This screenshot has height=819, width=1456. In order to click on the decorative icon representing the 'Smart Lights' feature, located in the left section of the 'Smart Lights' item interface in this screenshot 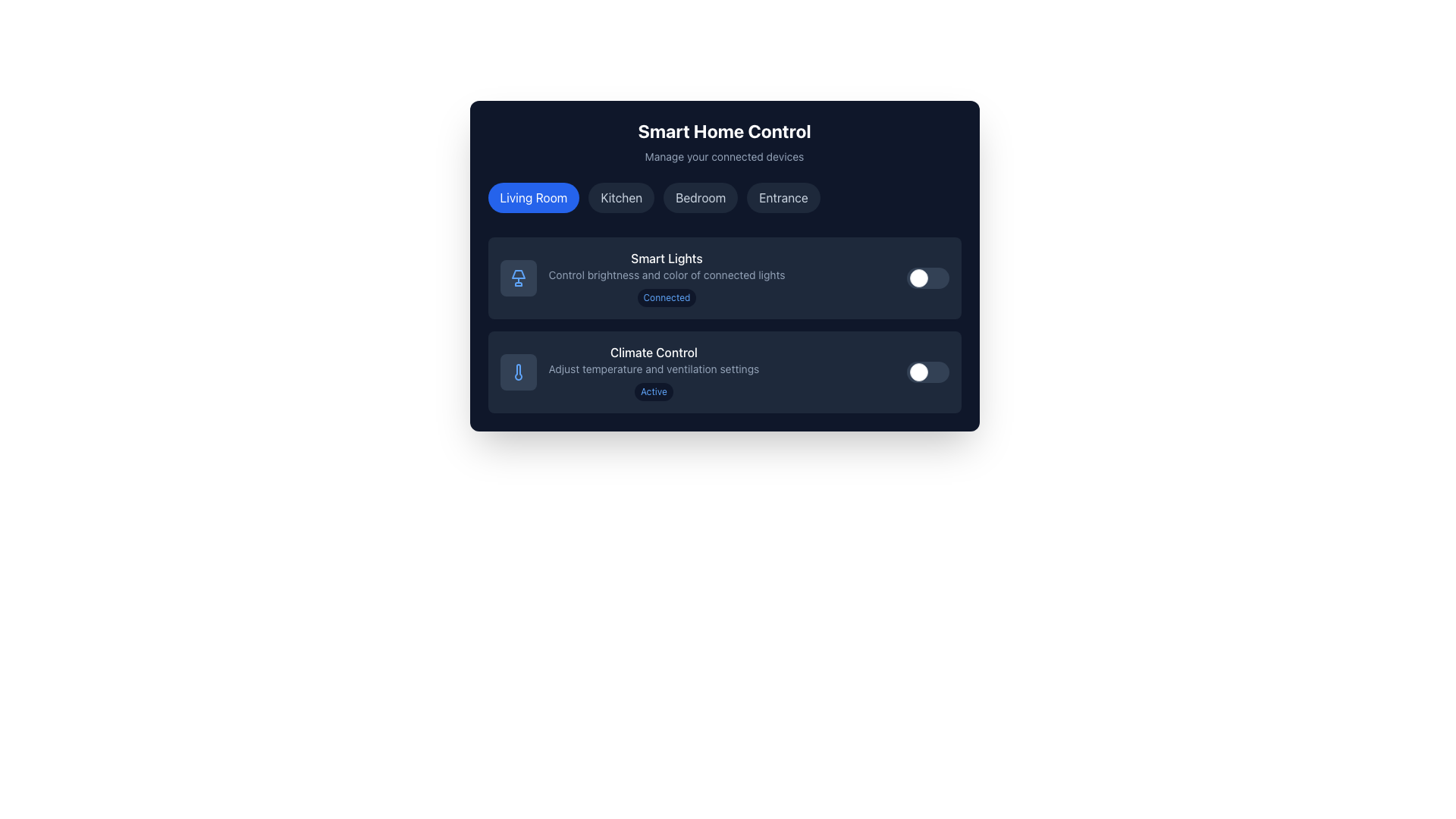, I will do `click(518, 278)`.